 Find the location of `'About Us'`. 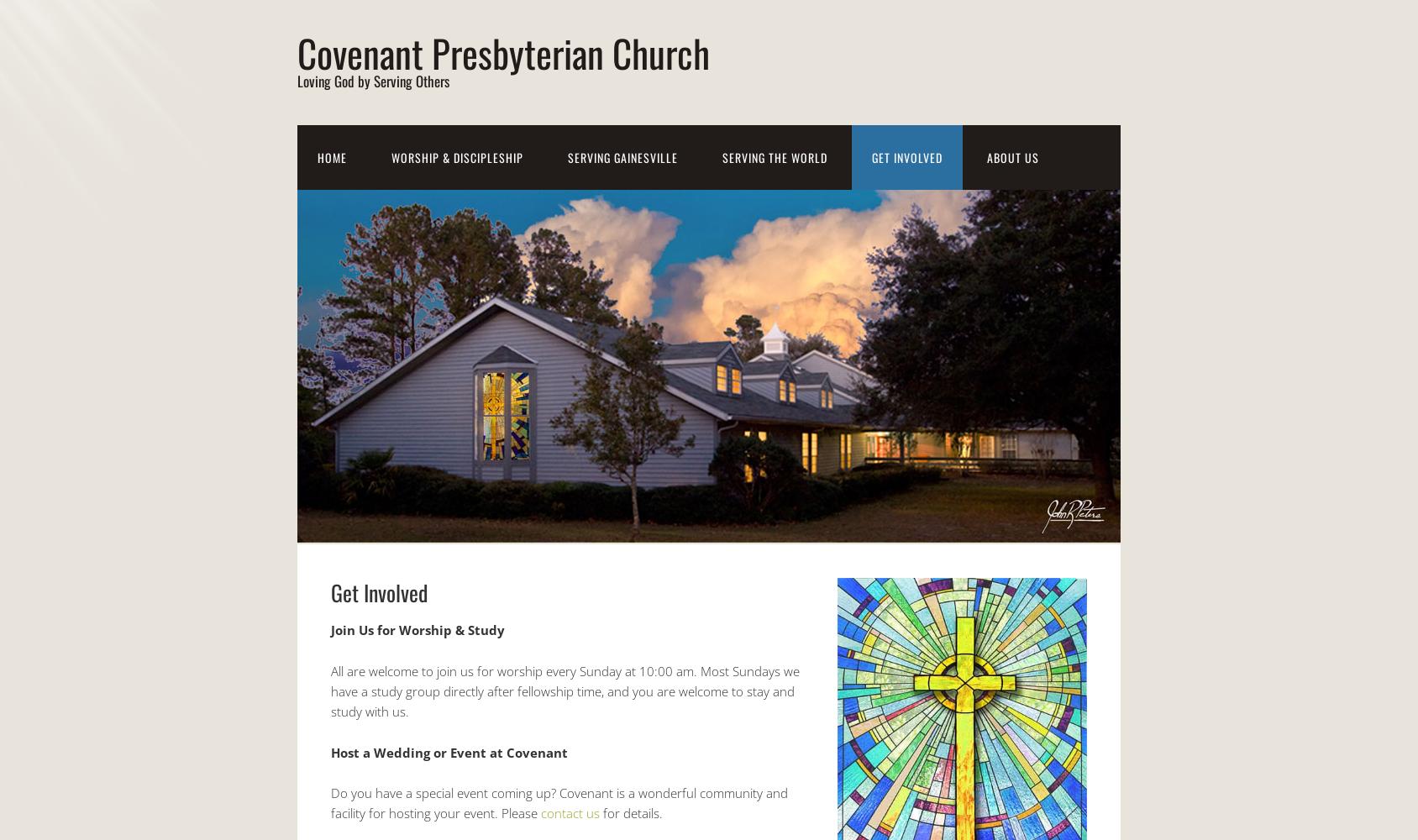

'About Us' is located at coordinates (1013, 156).